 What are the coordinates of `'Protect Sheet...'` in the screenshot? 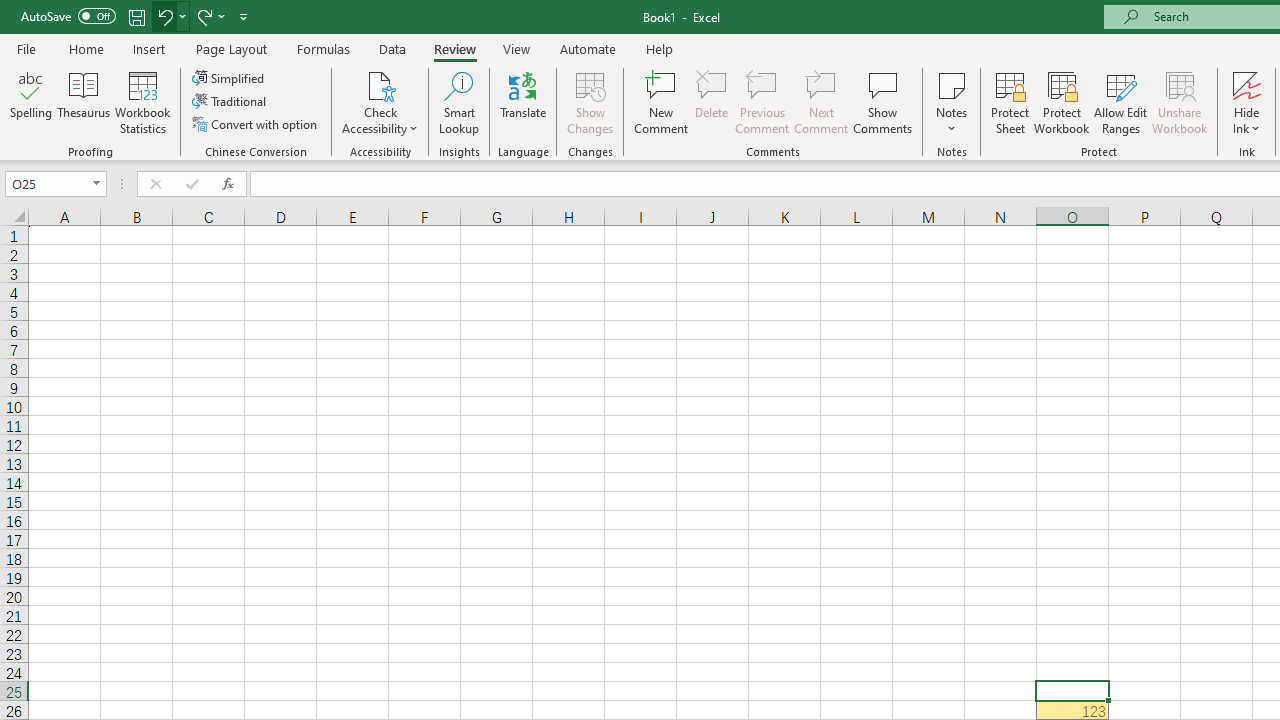 It's located at (1010, 103).